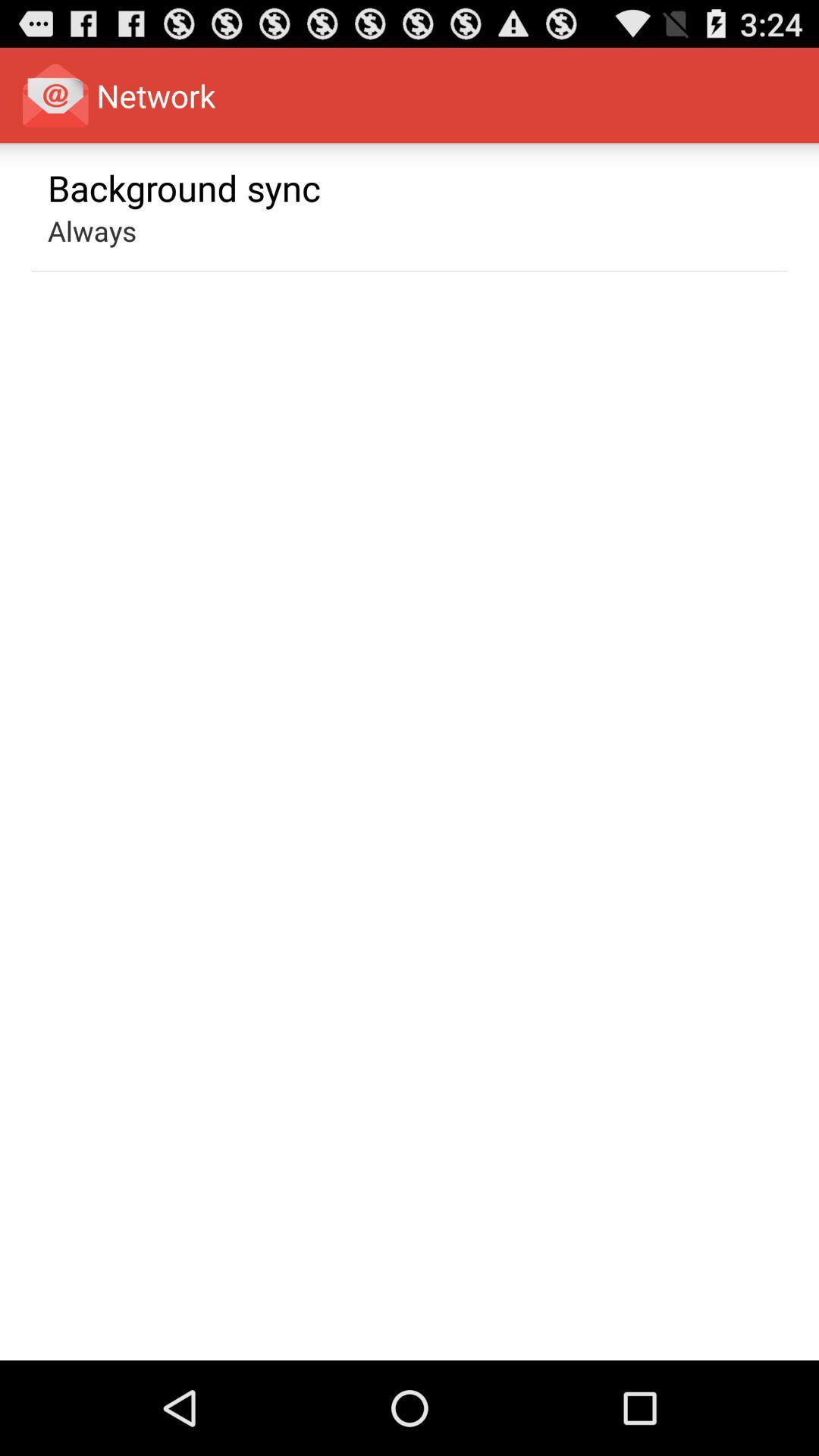 This screenshot has height=1456, width=819. I want to click on the always app, so click(92, 230).